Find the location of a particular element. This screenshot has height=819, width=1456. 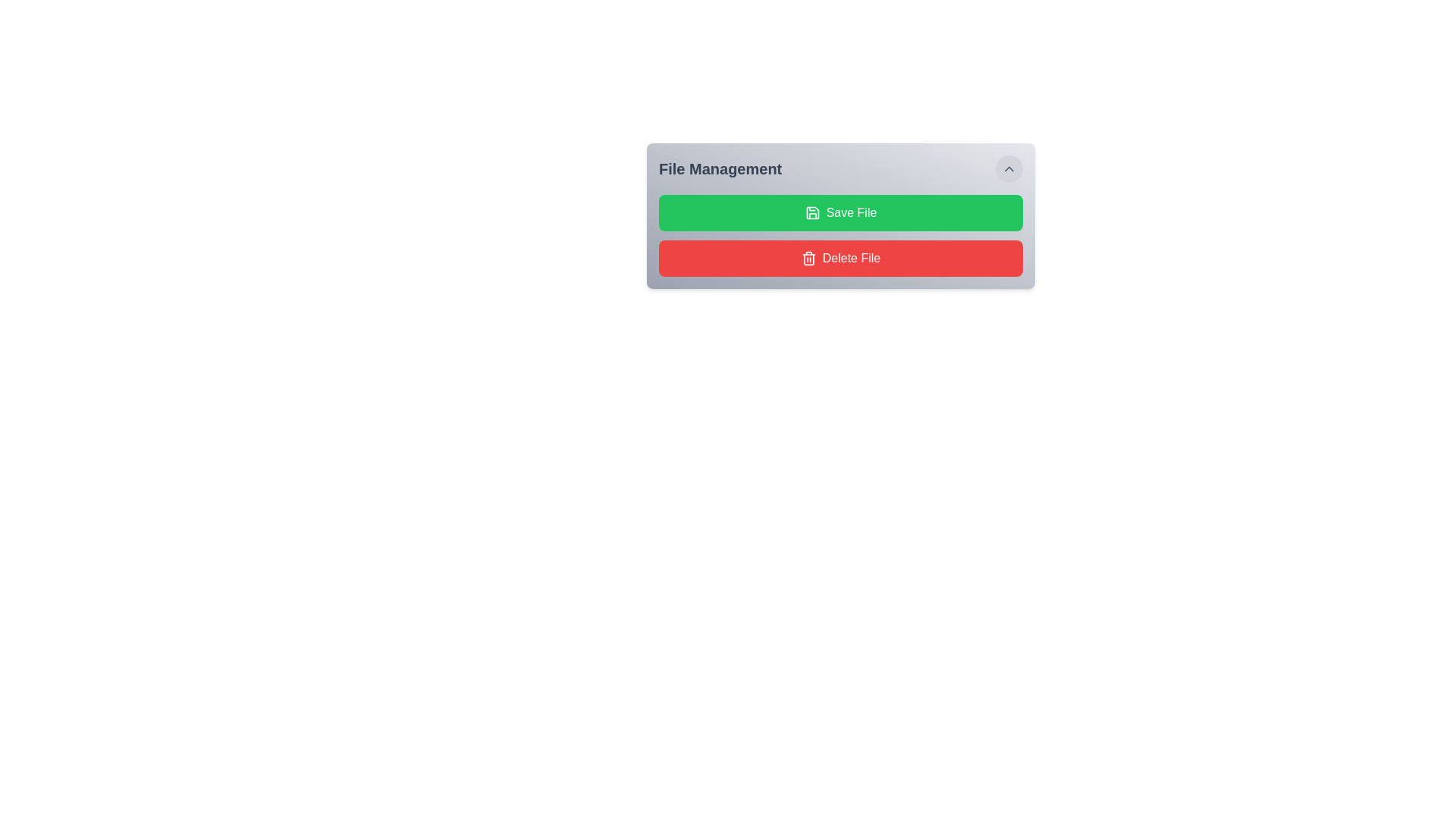

the file deletion button located below the 'Save File' button in the 'File Management' section to observe the hover effect is located at coordinates (839, 257).